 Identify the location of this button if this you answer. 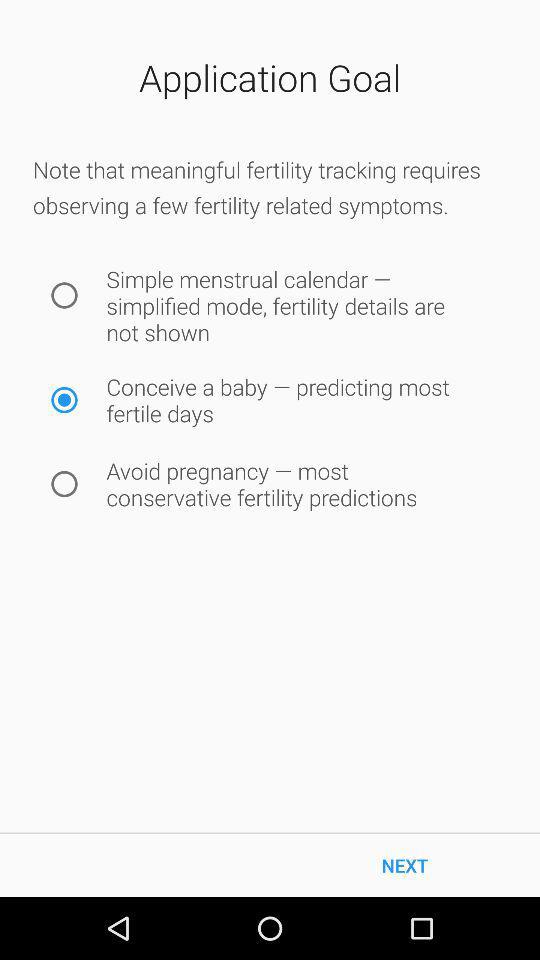
(64, 399).